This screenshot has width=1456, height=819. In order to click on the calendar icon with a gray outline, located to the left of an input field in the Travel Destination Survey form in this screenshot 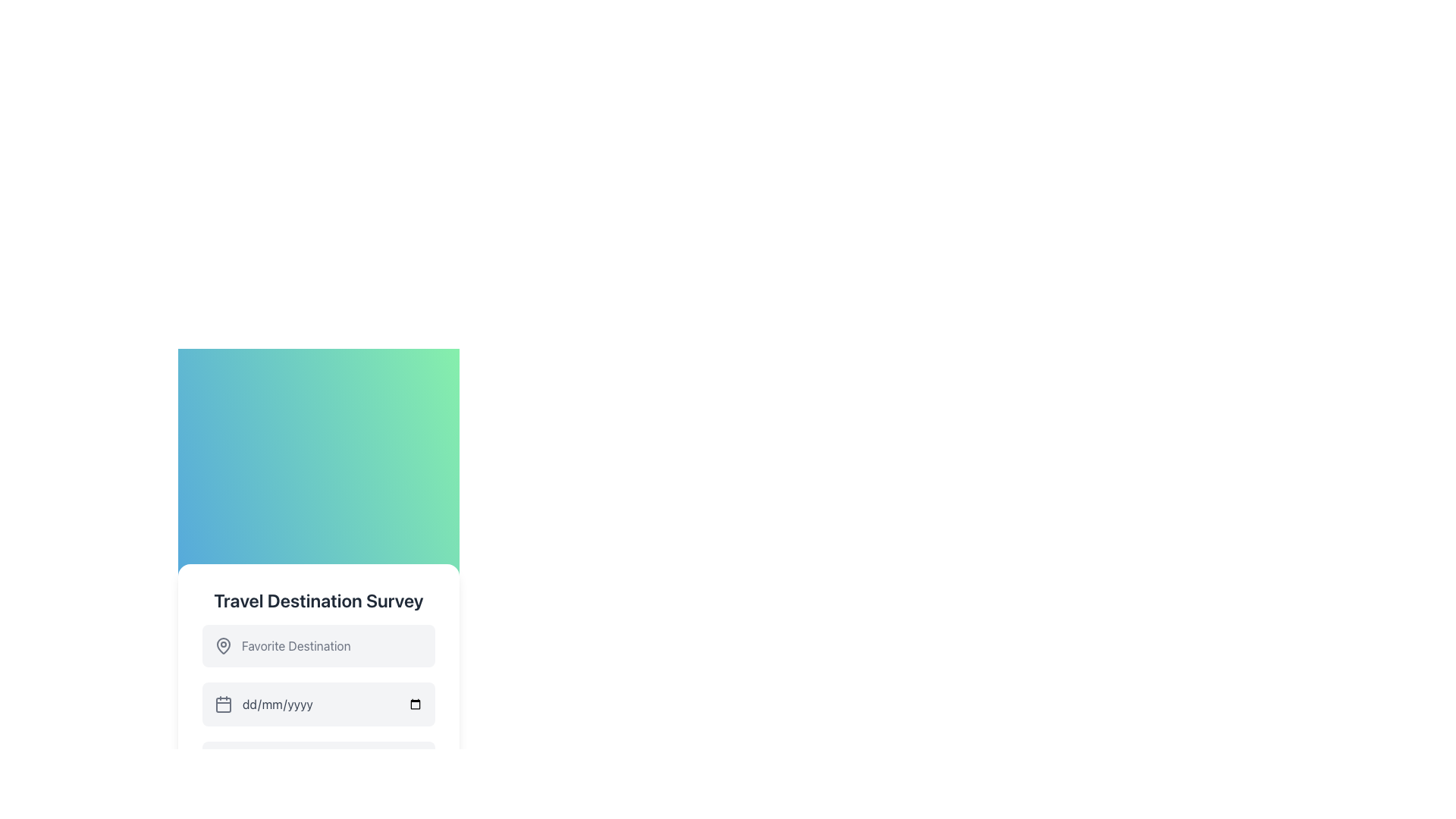, I will do `click(222, 704)`.